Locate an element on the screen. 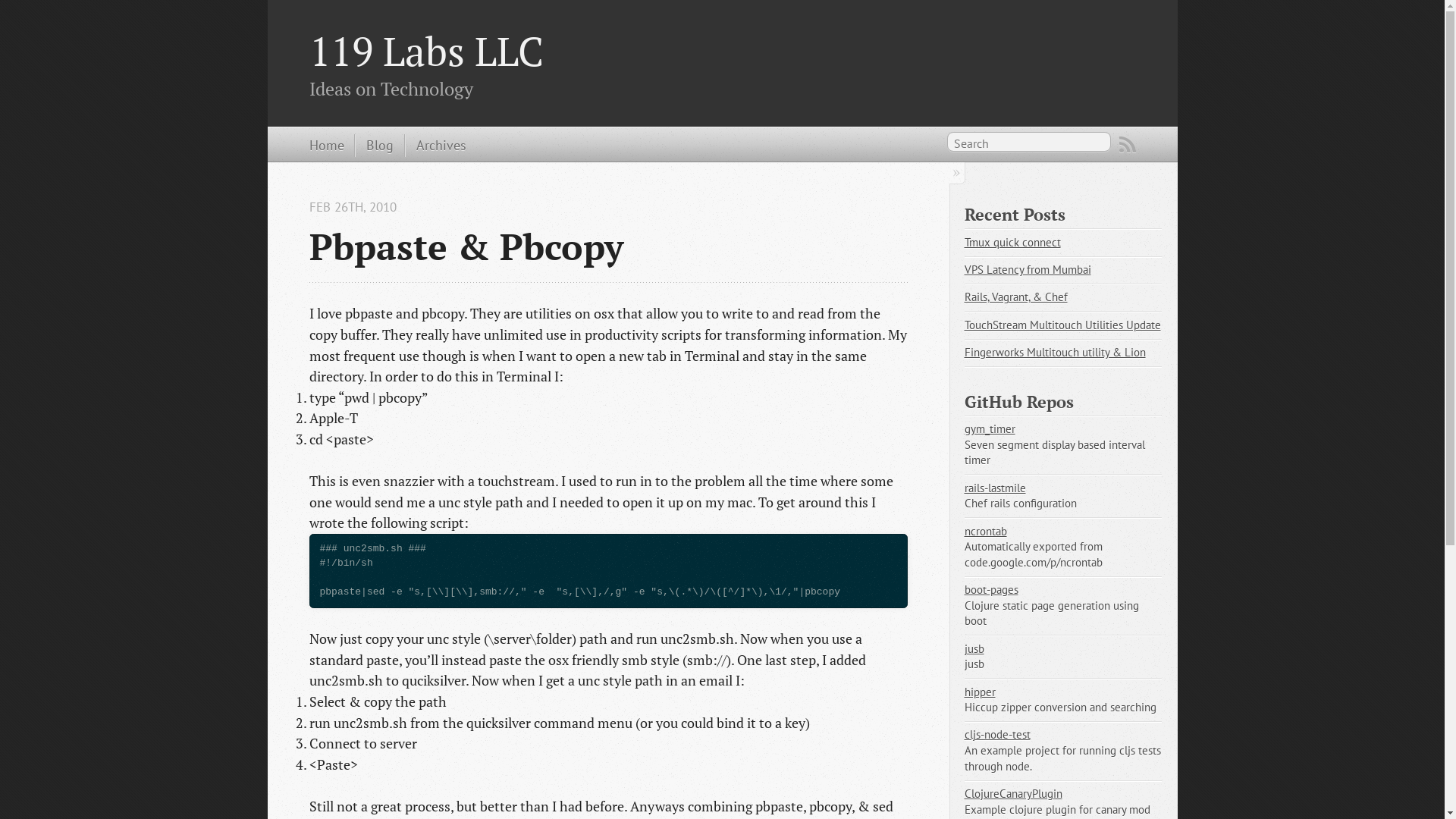 The width and height of the screenshot is (1456, 819). 'ncrontab' is located at coordinates (964, 530).